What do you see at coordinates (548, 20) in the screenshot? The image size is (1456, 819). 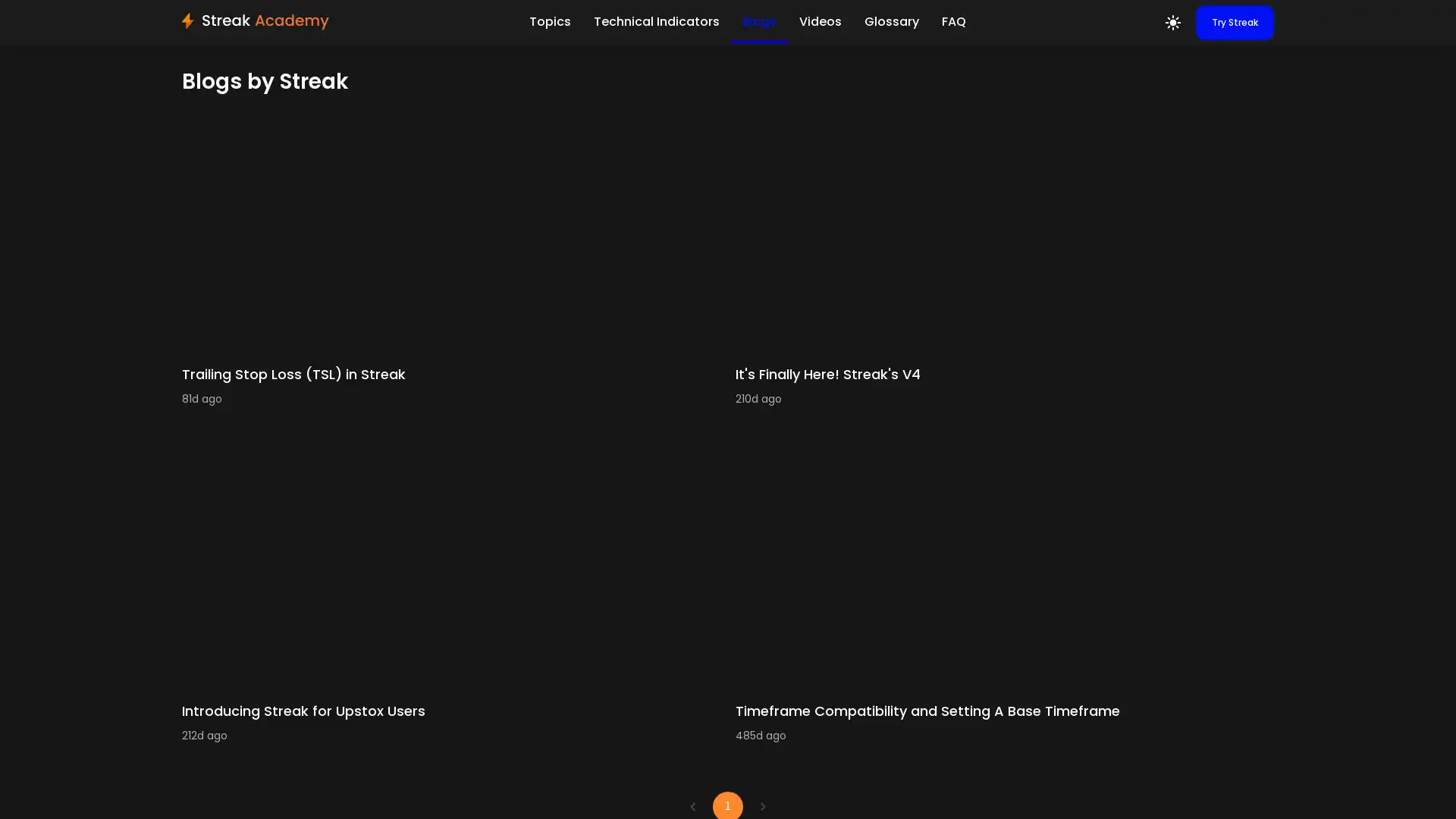 I see `Topics` at bounding box center [548, 20].